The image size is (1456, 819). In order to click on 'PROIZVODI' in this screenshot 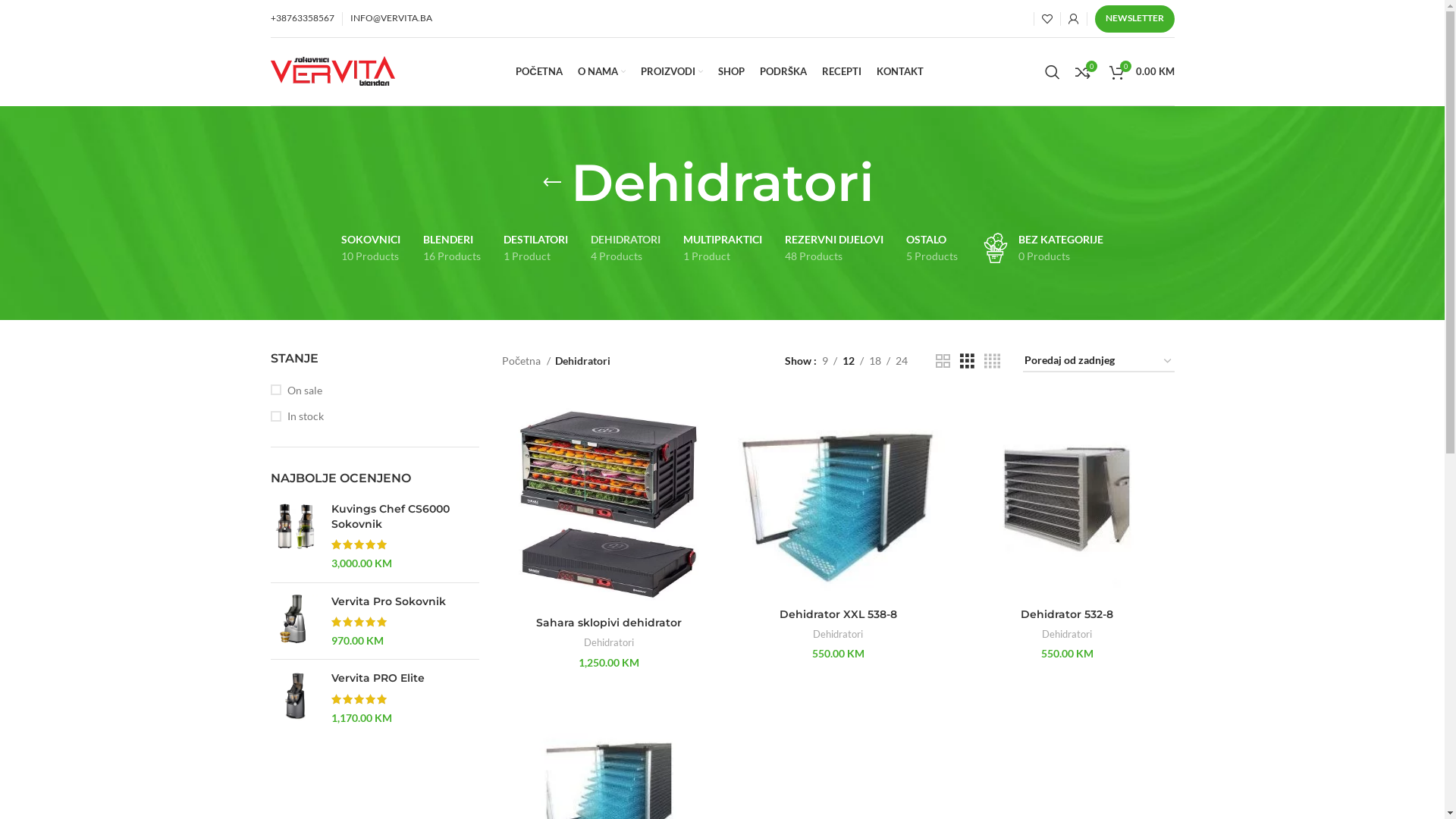, I will do `click(671, 71)`.